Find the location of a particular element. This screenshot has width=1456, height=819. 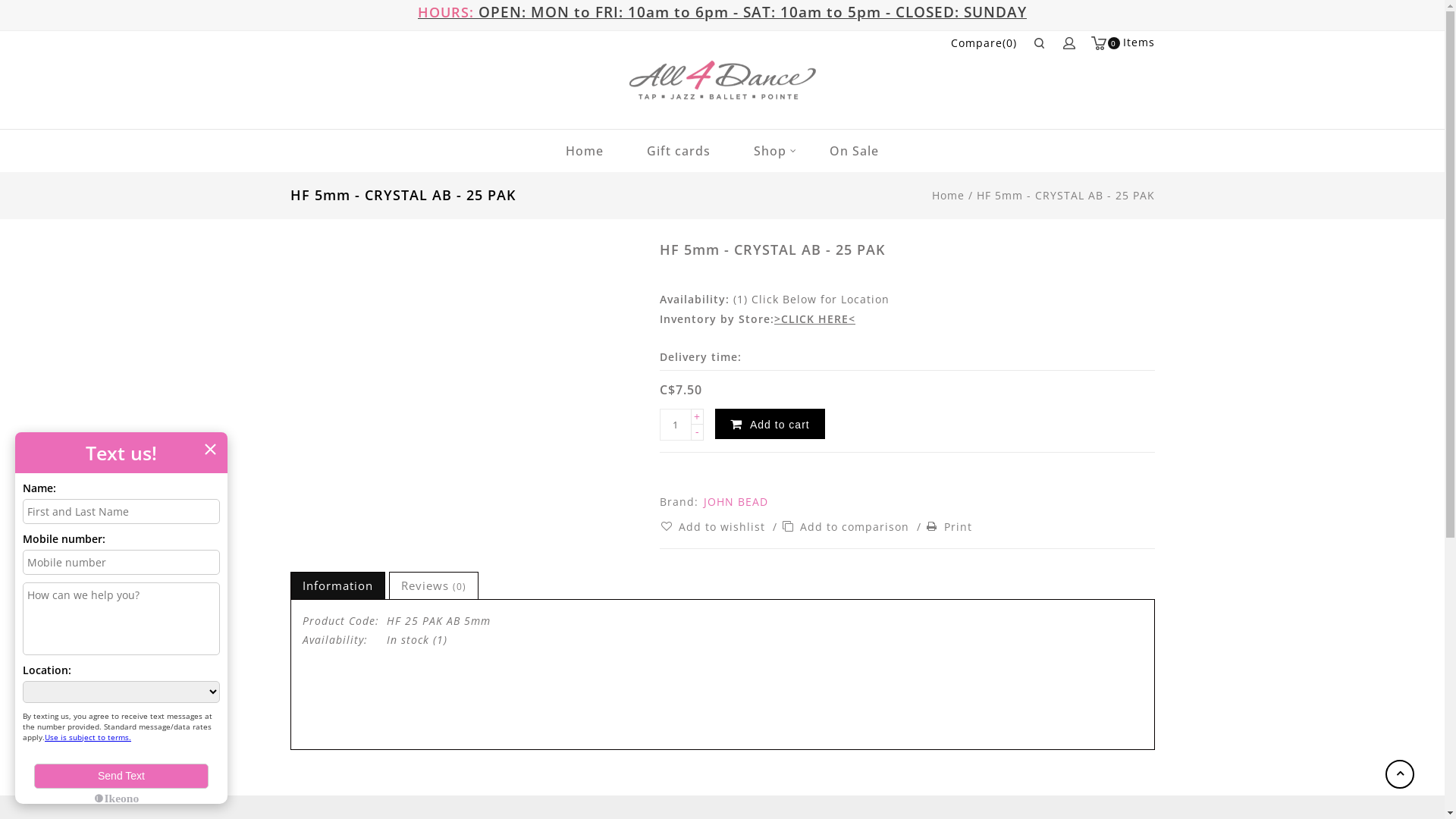

'Add to comparison' is located at coordinates (781, 526).